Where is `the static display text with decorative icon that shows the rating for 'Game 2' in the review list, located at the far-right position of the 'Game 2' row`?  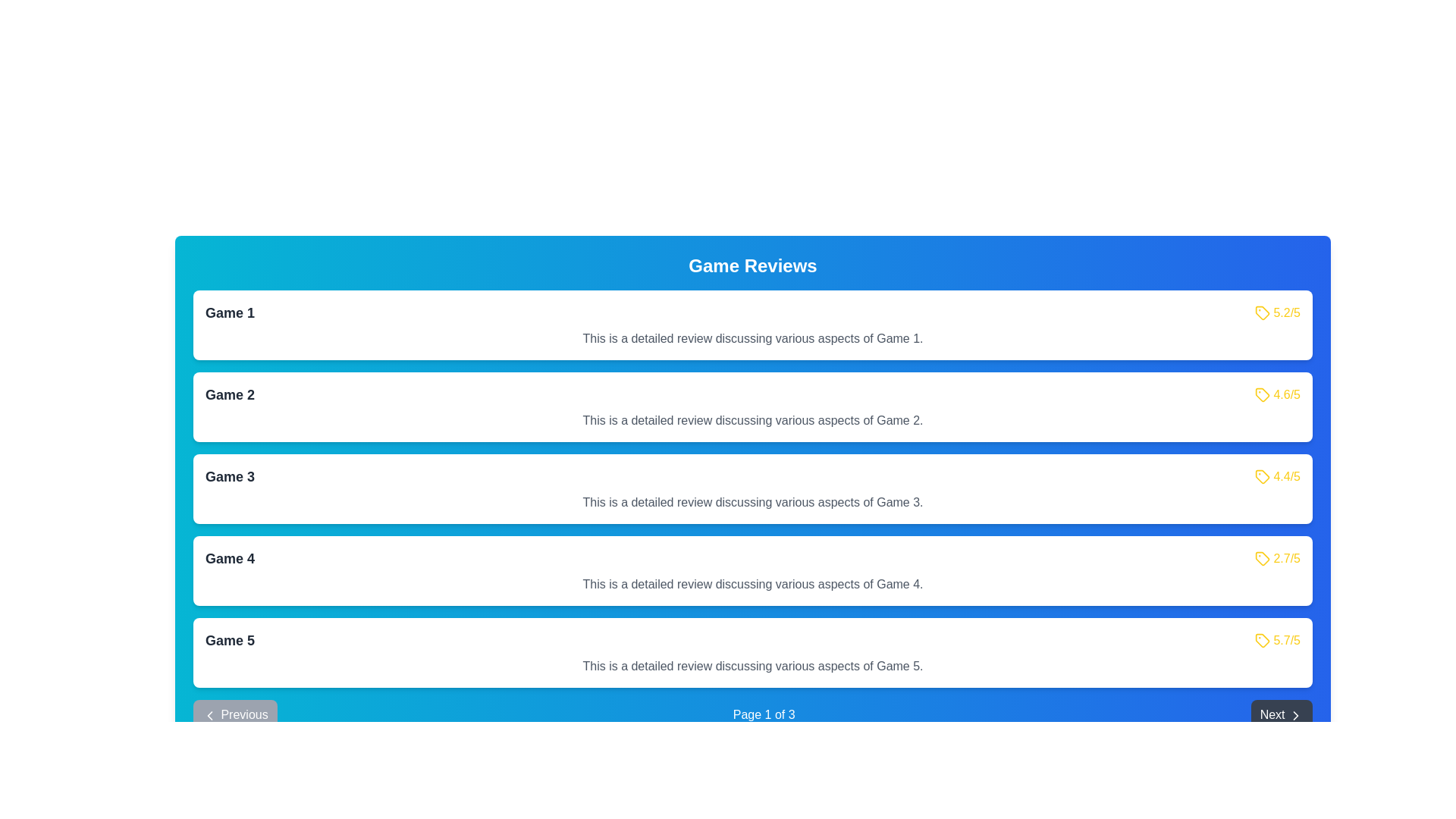
the static display text with decorative icon that shows the rating for 'Game 2' in the review list, located at the far-right position of the 'Game 2' row is located at coordinates (1277, 394).